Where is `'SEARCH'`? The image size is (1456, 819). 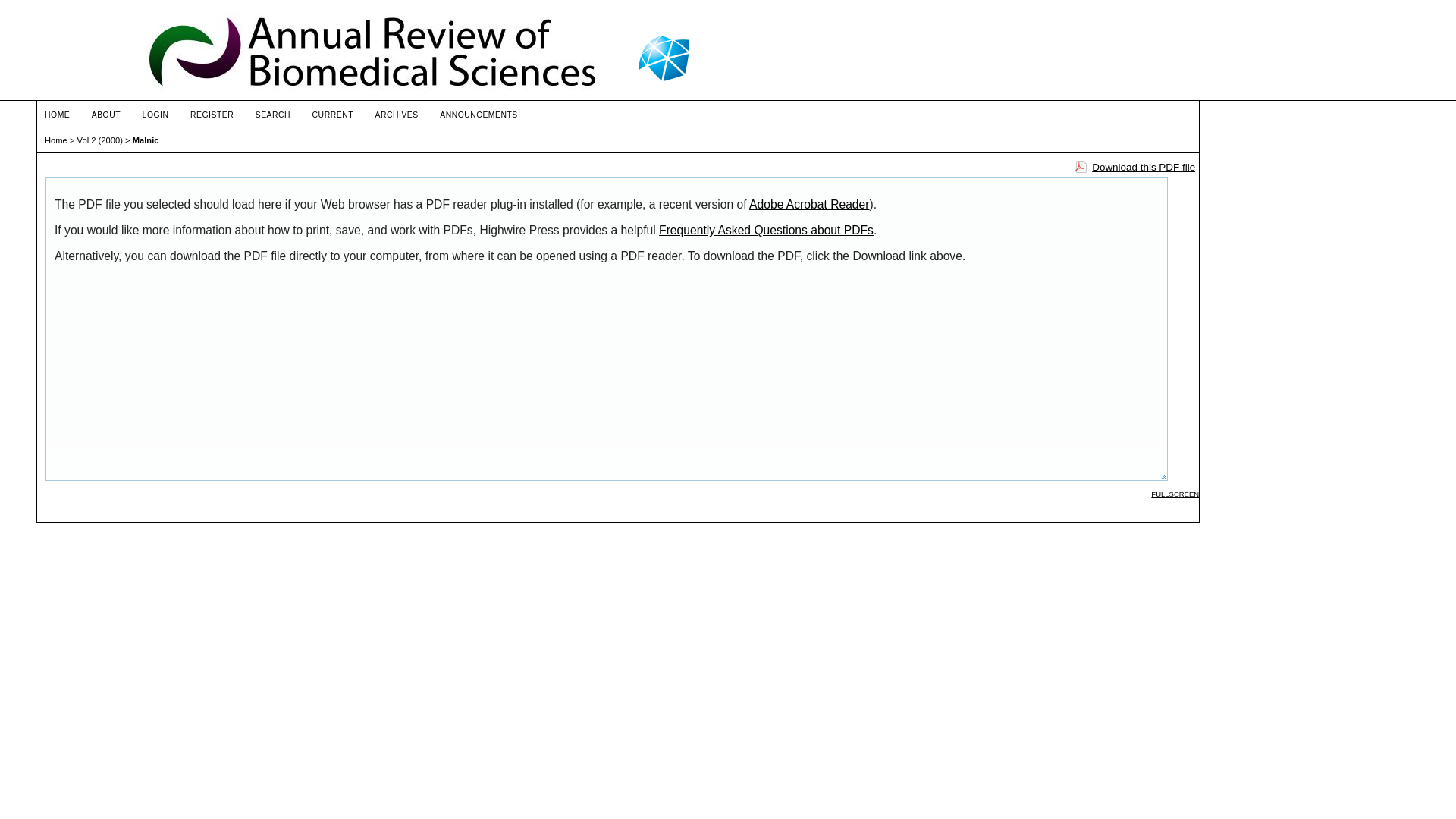 'SEARCH' is located at coordinates (255, 114).